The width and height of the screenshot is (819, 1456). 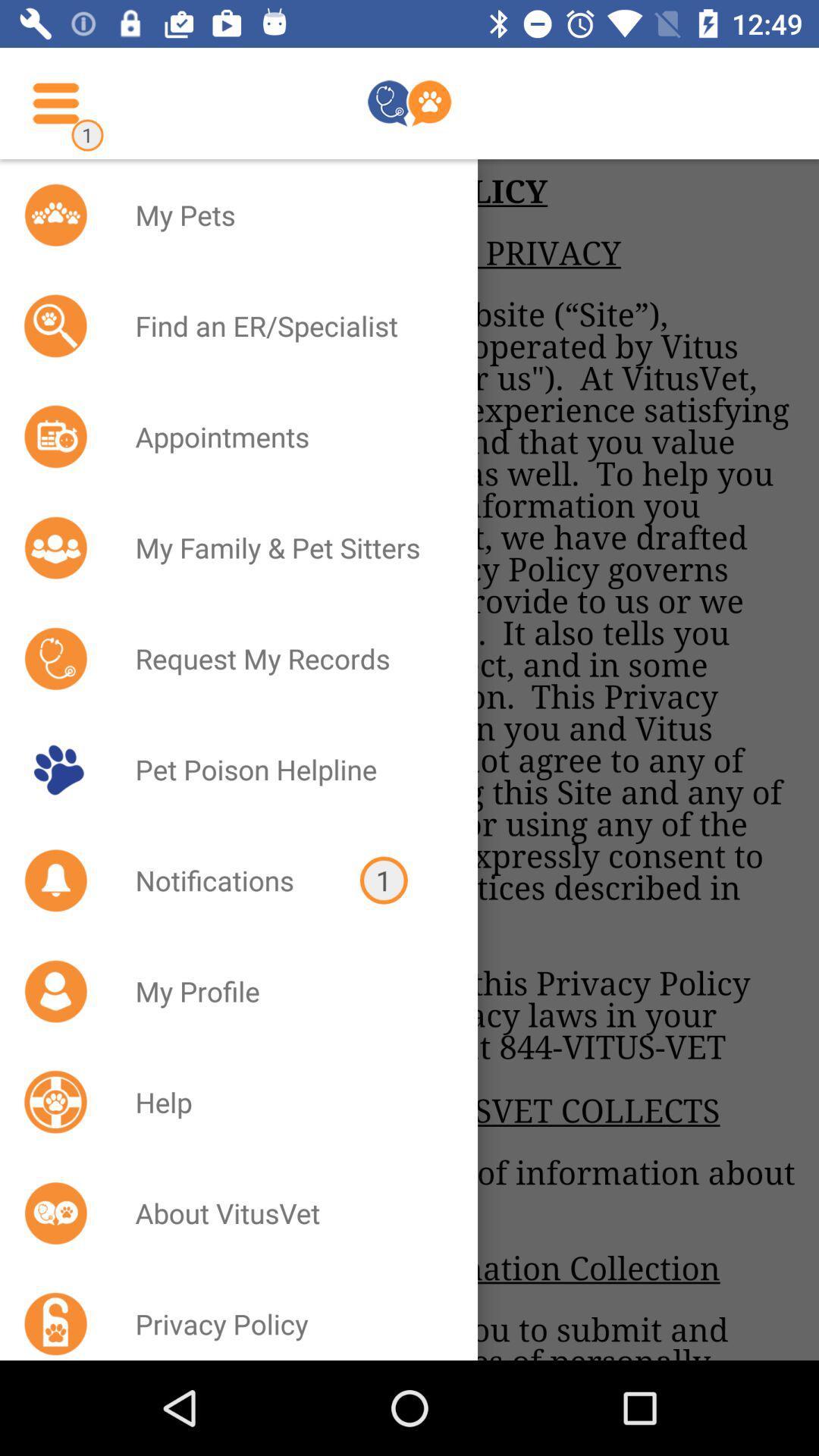 I want to click on the 1 item, so click(x=383, y=880).